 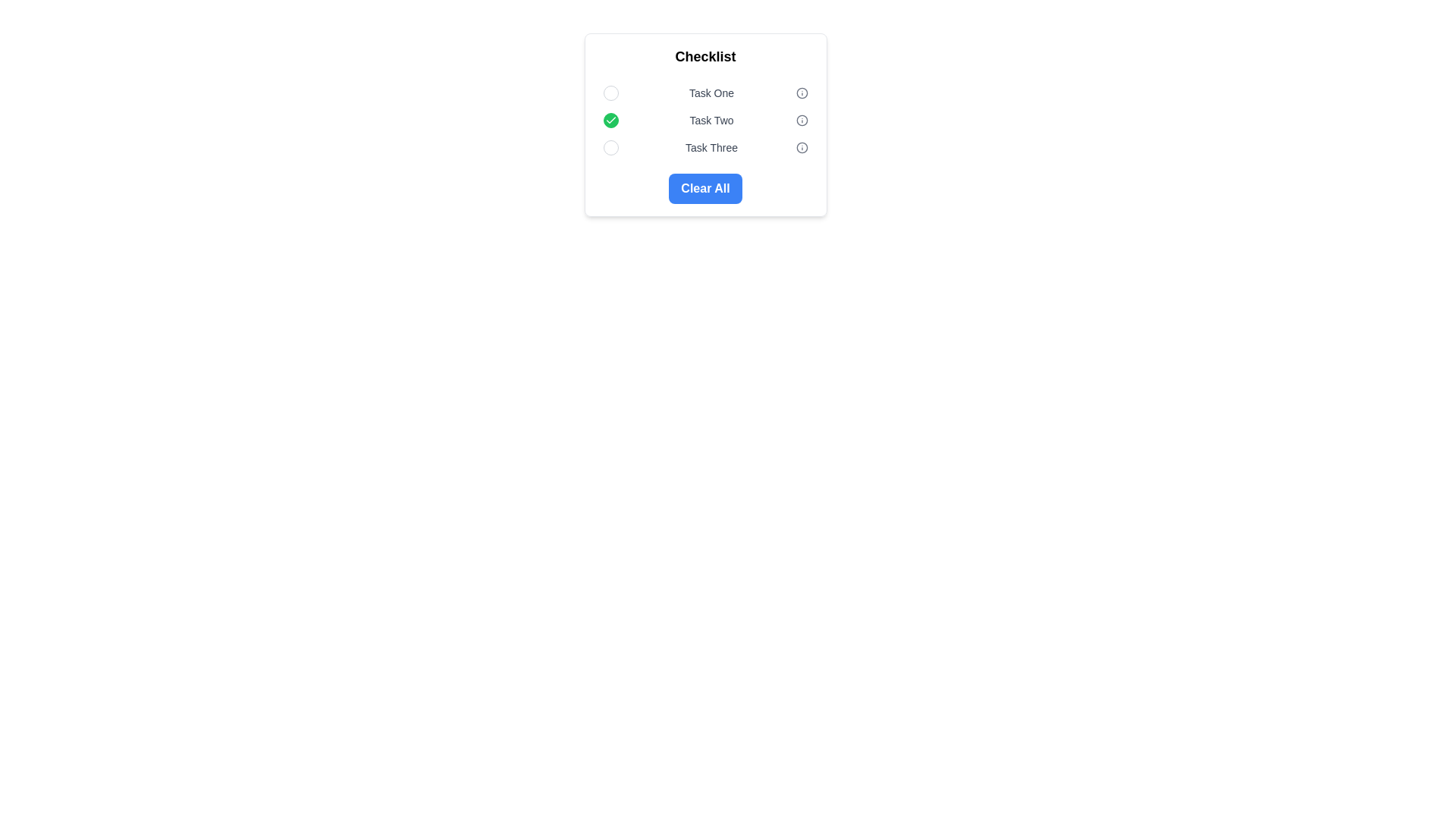 I want to click on the informational icon next to 'Task Three' in the checklist, so click(x=801, y=148).